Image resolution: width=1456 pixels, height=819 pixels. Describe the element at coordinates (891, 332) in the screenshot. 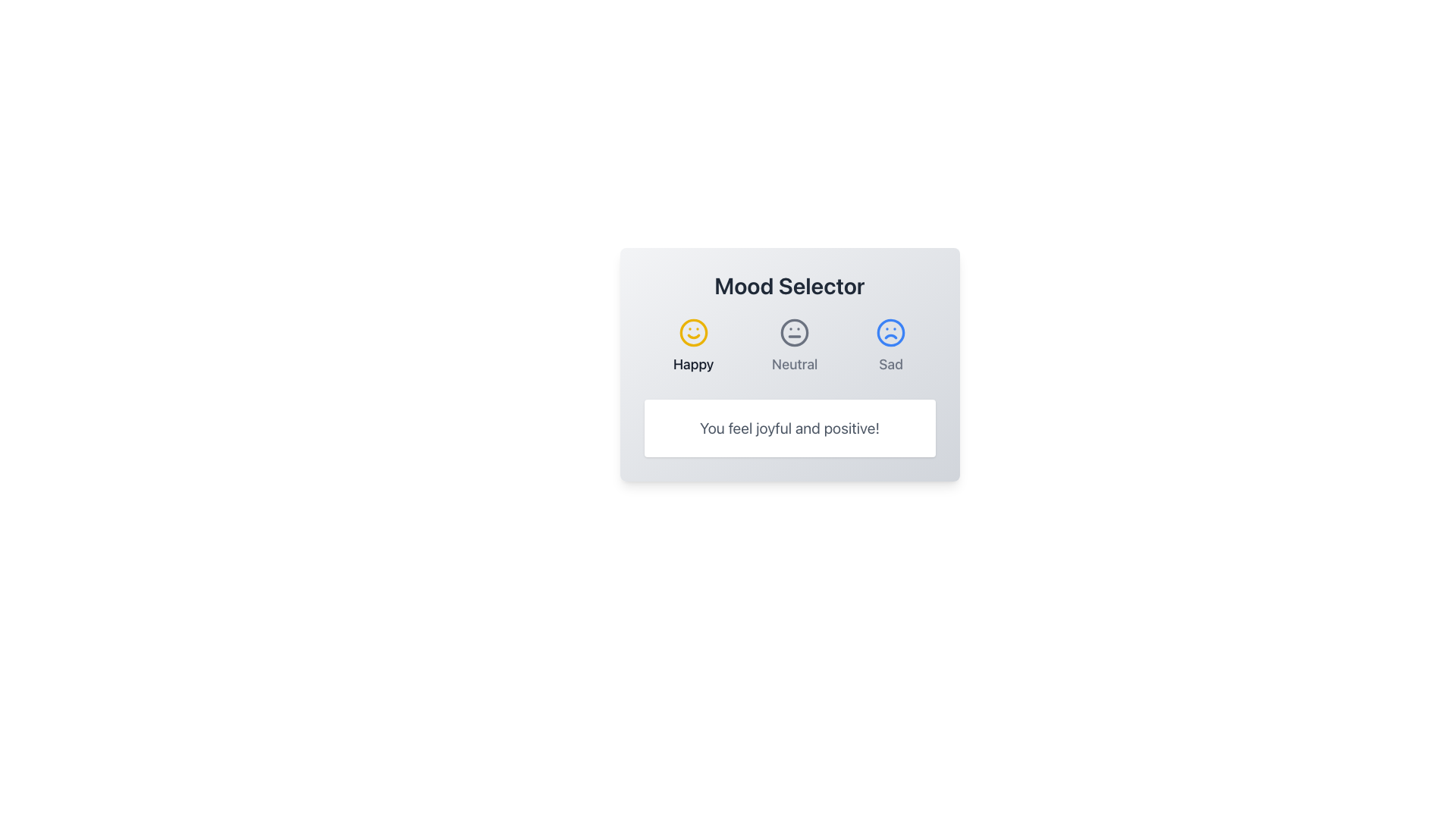

I see `the outermost circular boundary of the 'Sad' face icon, which is the rightmost mood option in the selection card` at that location.